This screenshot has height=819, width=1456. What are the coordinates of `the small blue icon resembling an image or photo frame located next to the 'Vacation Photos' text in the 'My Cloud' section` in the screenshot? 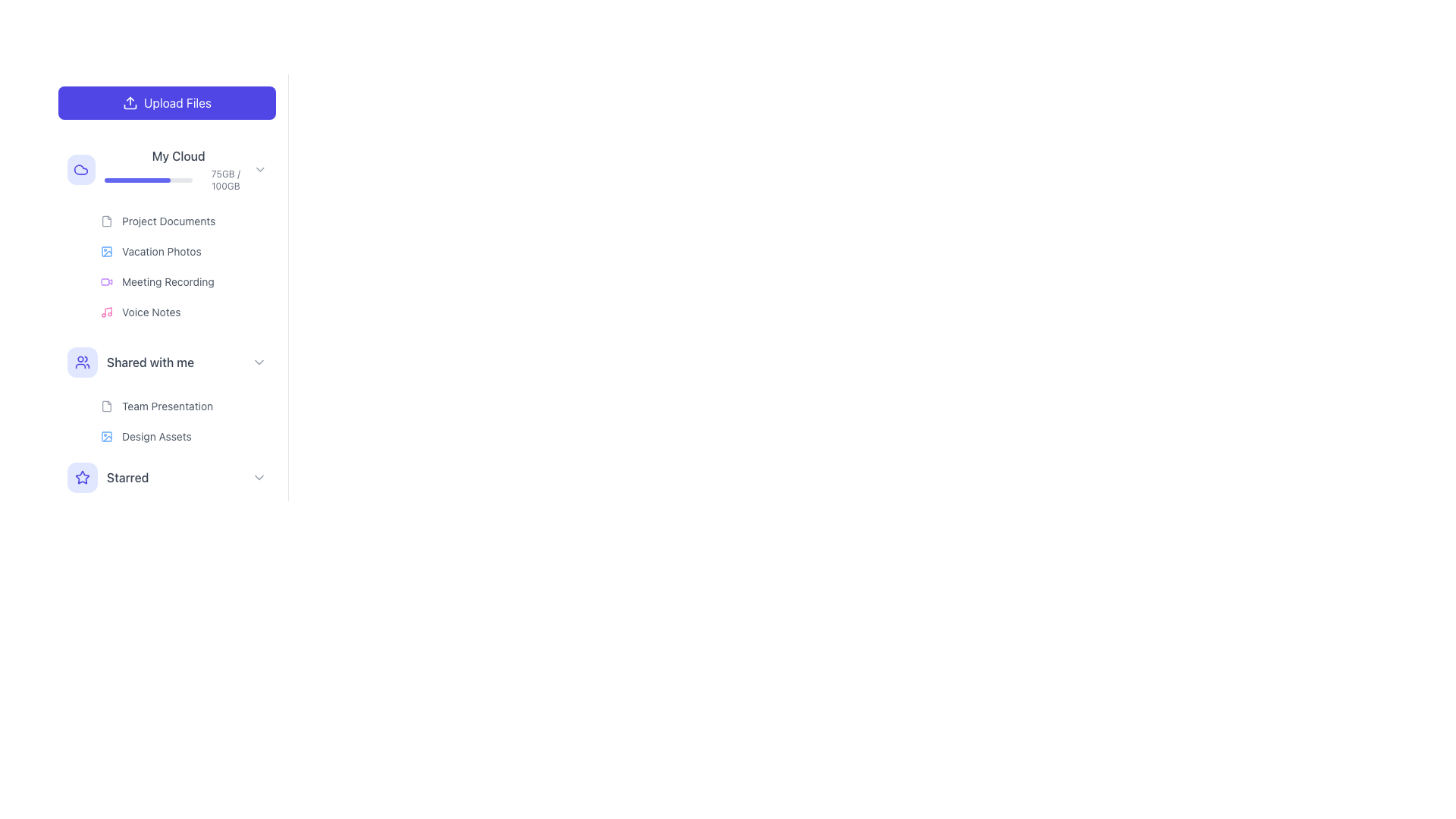 It's located at (105, 250).